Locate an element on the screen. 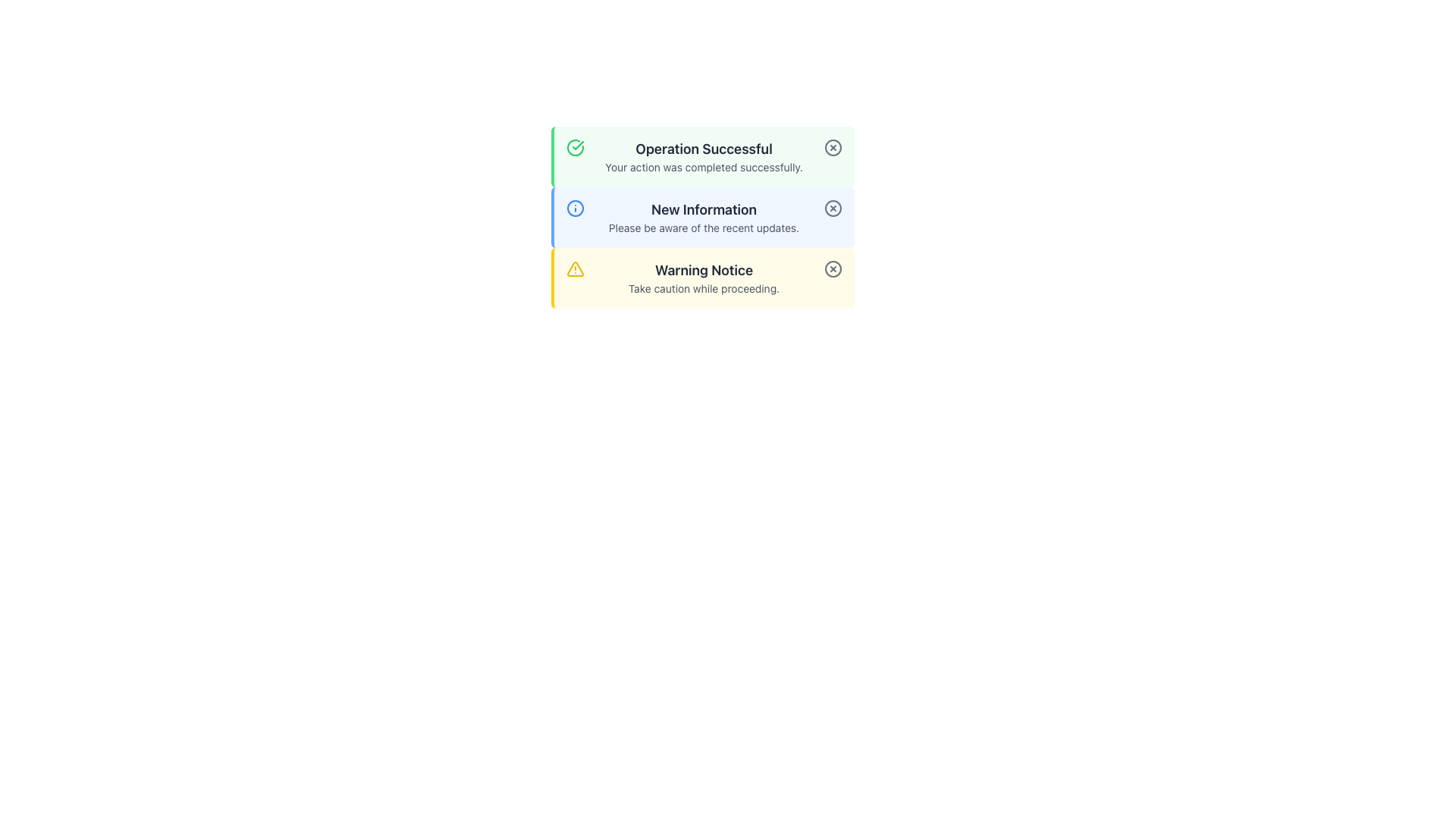 Image resolution: width=1456 pixels, height=819 pixels. the triangular warning icon with a bold yellow border, located to the left of the warning message in the lower-left region of the 'Warning Notice' message box is located at coordinates (574, 268).